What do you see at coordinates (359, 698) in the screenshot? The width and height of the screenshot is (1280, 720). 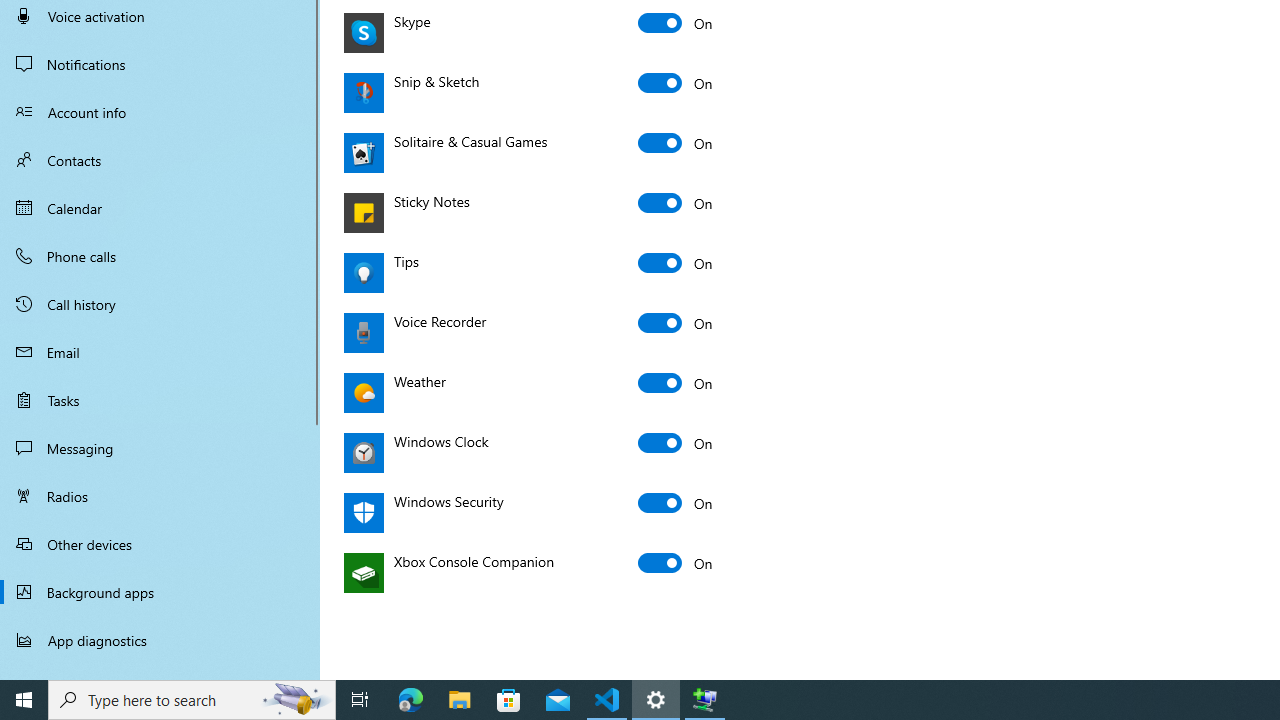 I see `'Task View'` at bounding box center [359, 698].